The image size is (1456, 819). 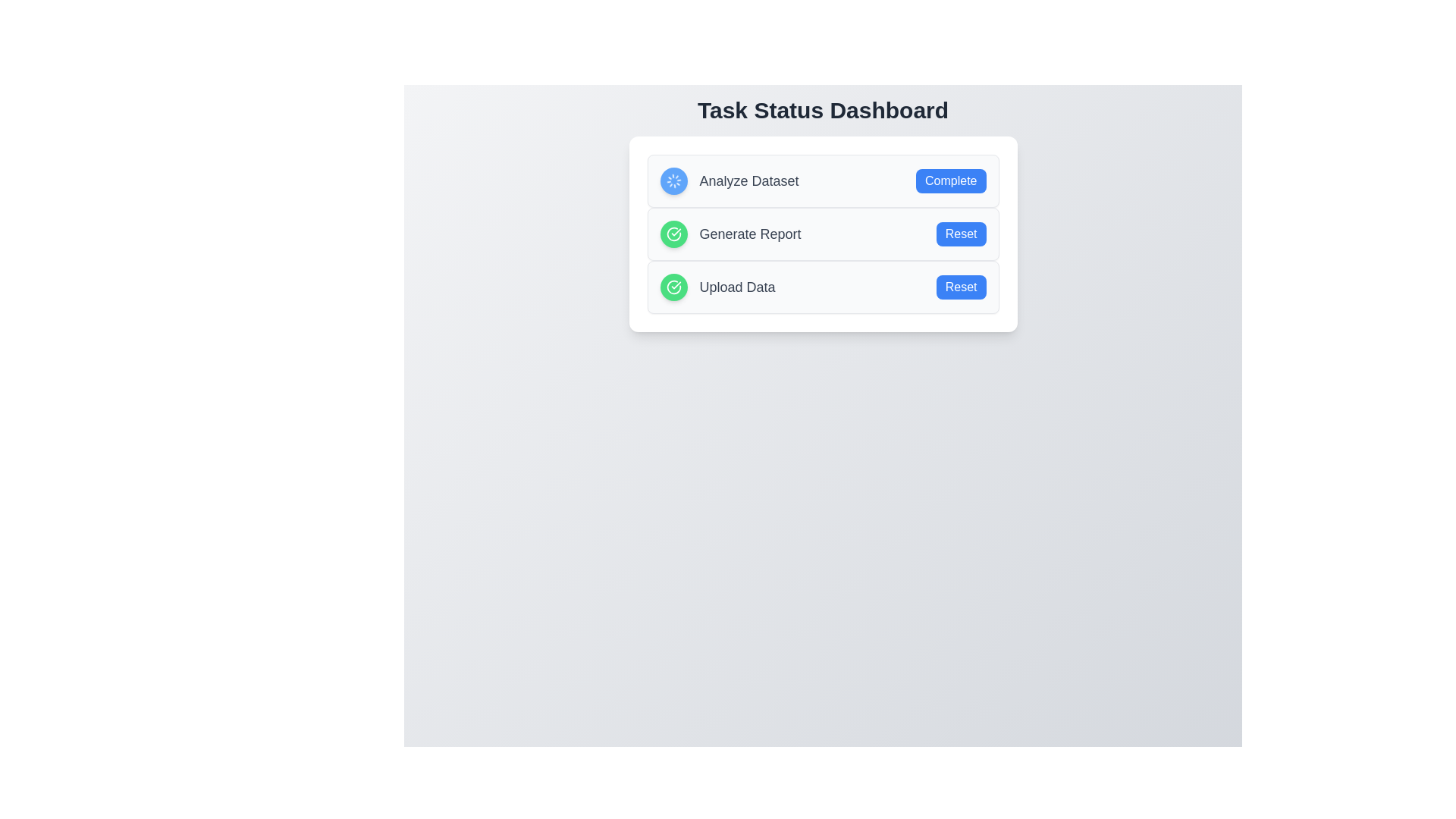 I want to click on the 'Complete' button, a rectangular button with rounded edges and a blue background, located next to the 'Analyze Dataset' text in the top row of tasks, so click(x=950, y=180).